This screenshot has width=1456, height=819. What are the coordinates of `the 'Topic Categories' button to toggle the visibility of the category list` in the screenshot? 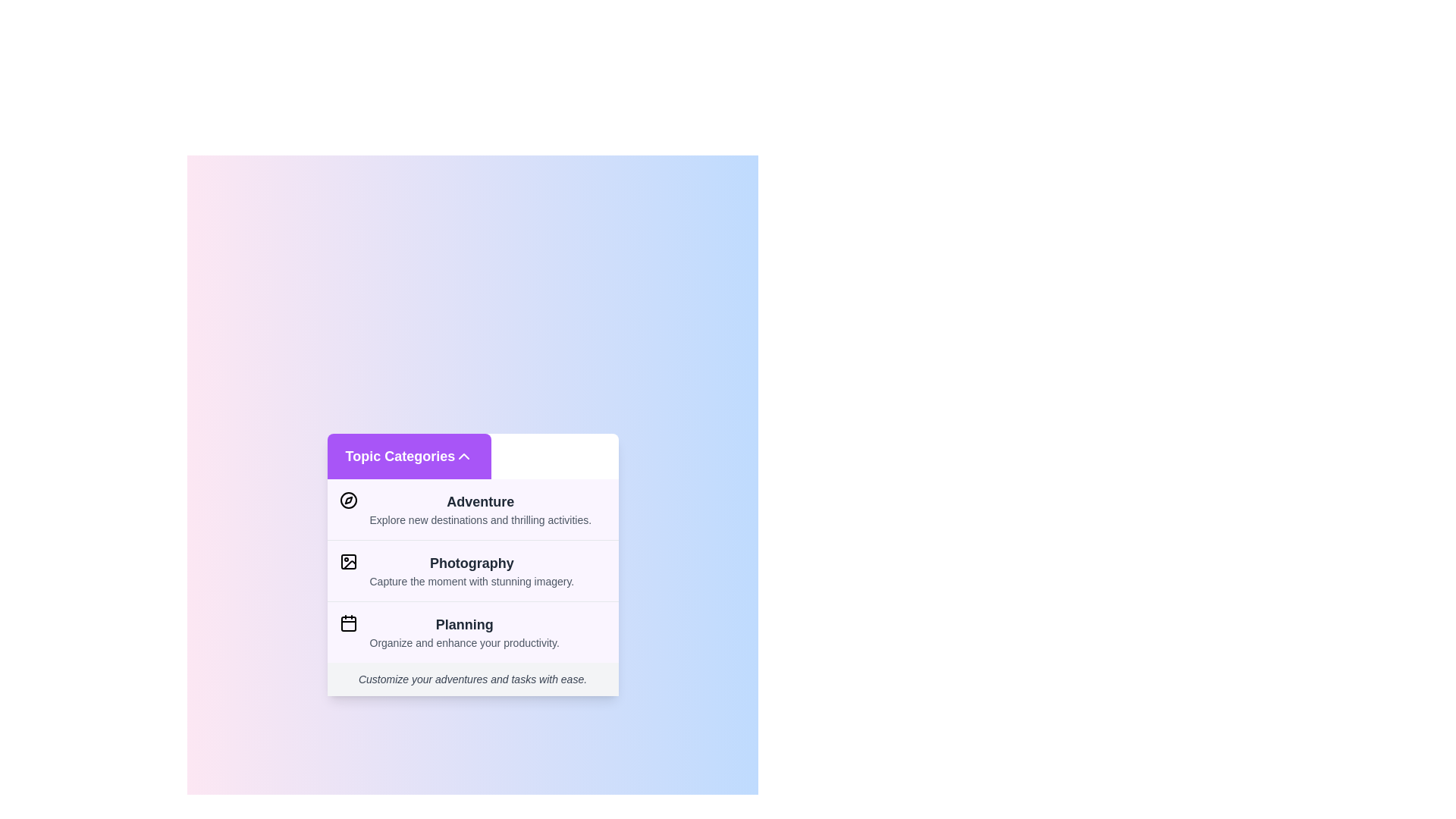 It's located at (408, 455).